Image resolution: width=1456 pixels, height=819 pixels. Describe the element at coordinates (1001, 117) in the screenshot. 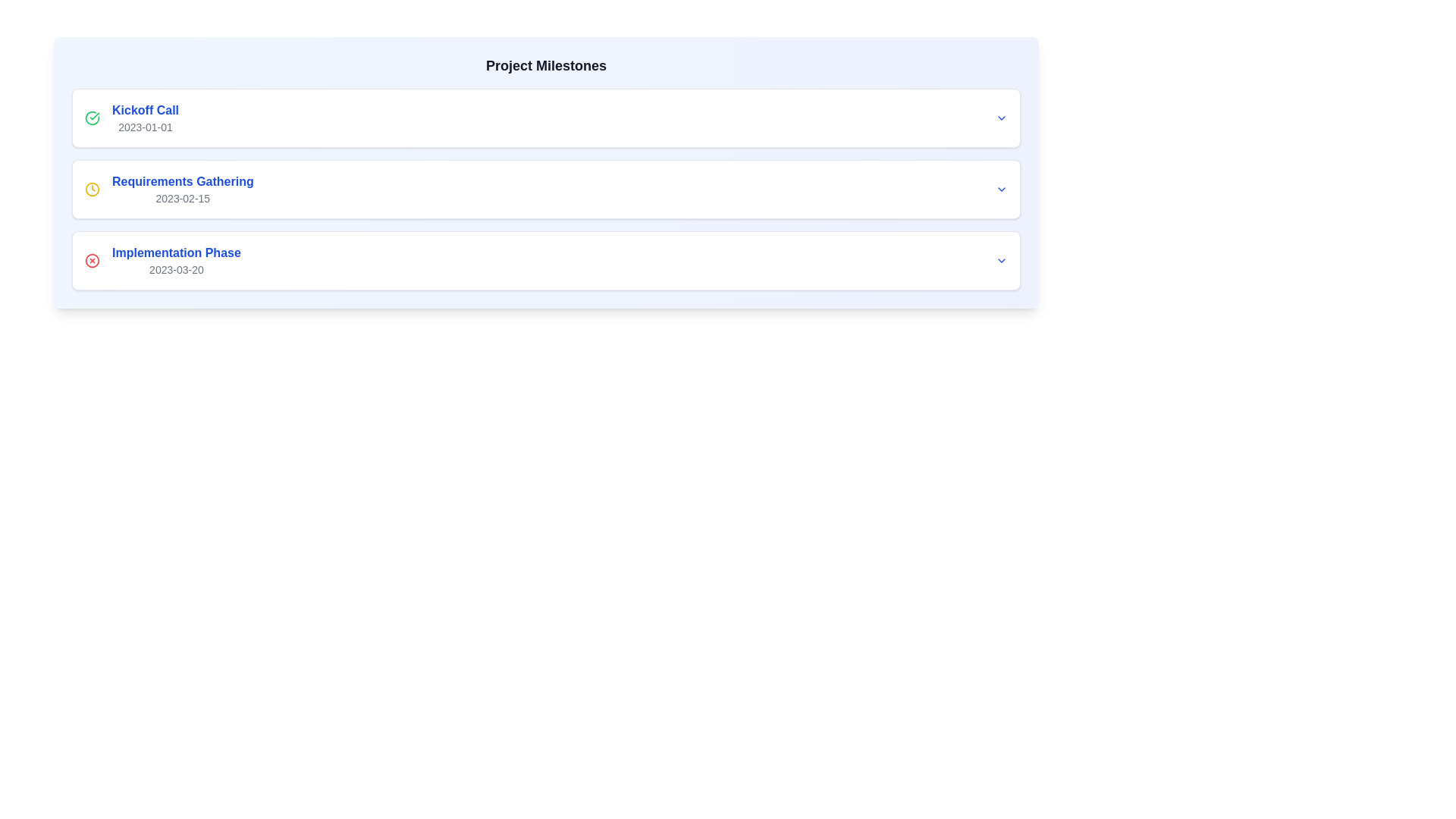

I see `the dropdown toggle button located at the far right of the 'Kickoff Call' milestone in the 'Project Milestones' section` at that location.